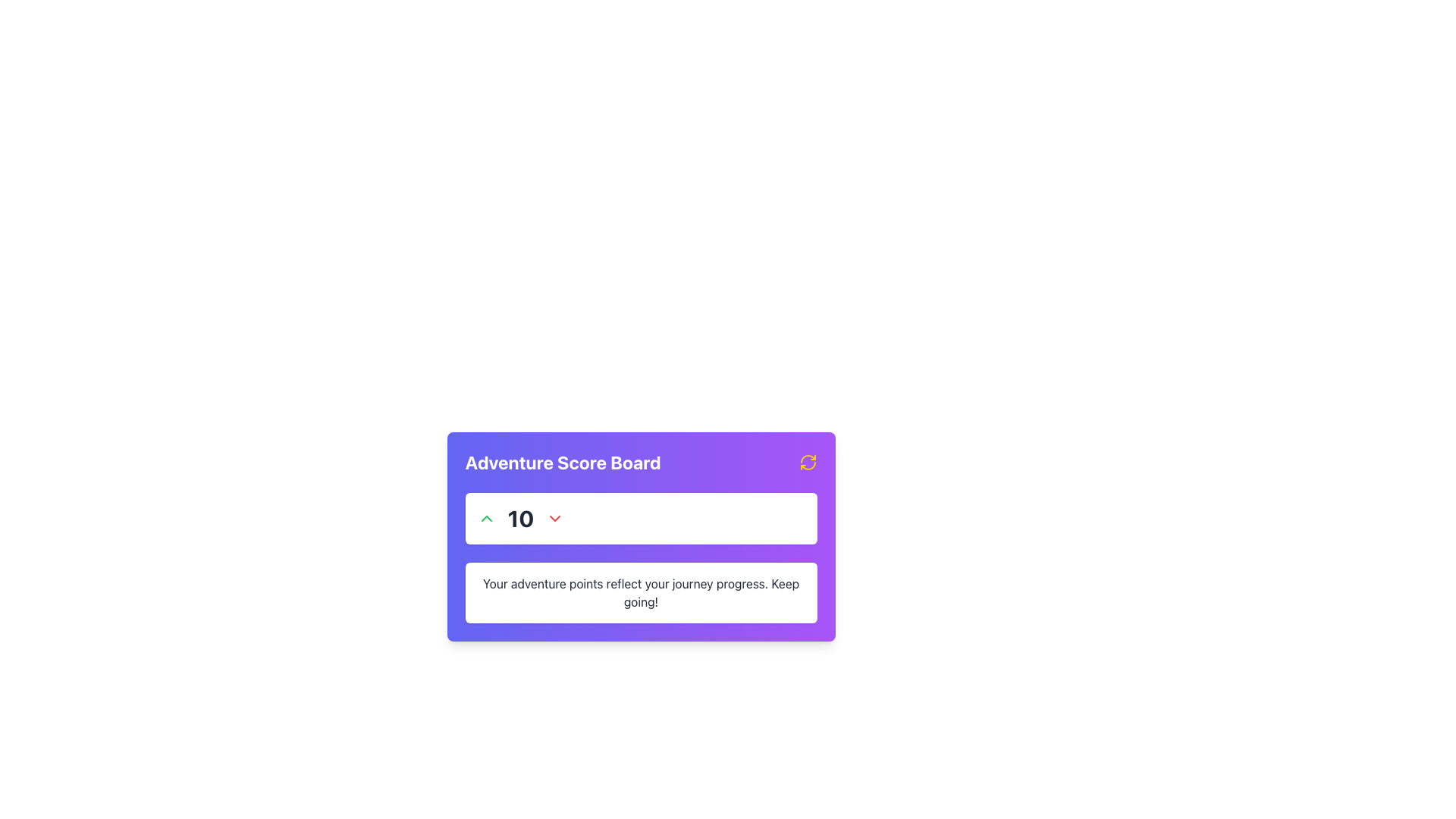 The height and width of the screenshot is (819, 1456). Describe the element at coordinates (641, 592) in the screenshot. I see `the Text Label that provides an explanation or motivational message related to the displayed score, located within a white, rounded card component, positioned centrally below the score display` at that location.